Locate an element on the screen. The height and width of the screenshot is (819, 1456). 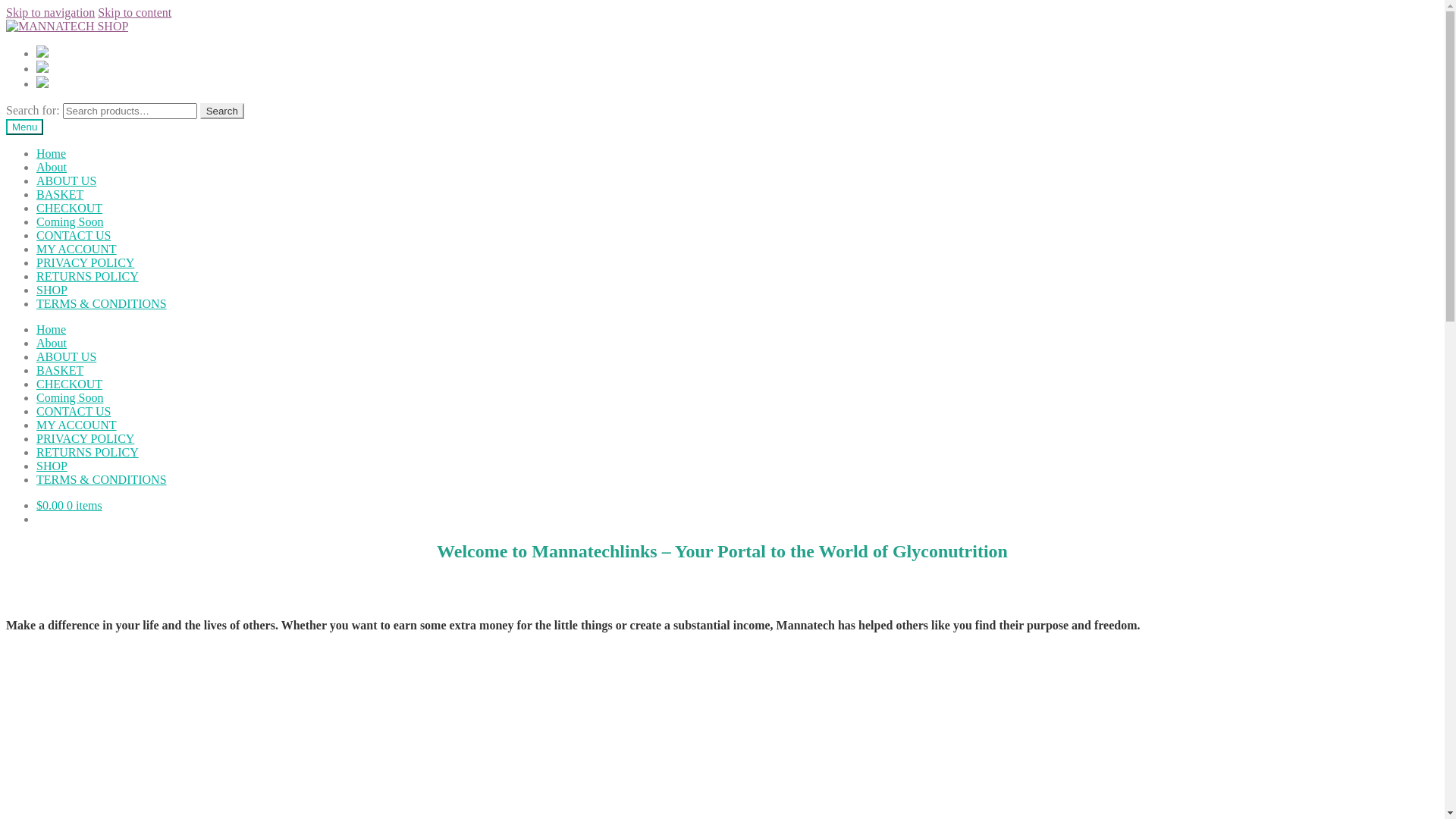
'Youtube' is located at coordinates (42, 83).